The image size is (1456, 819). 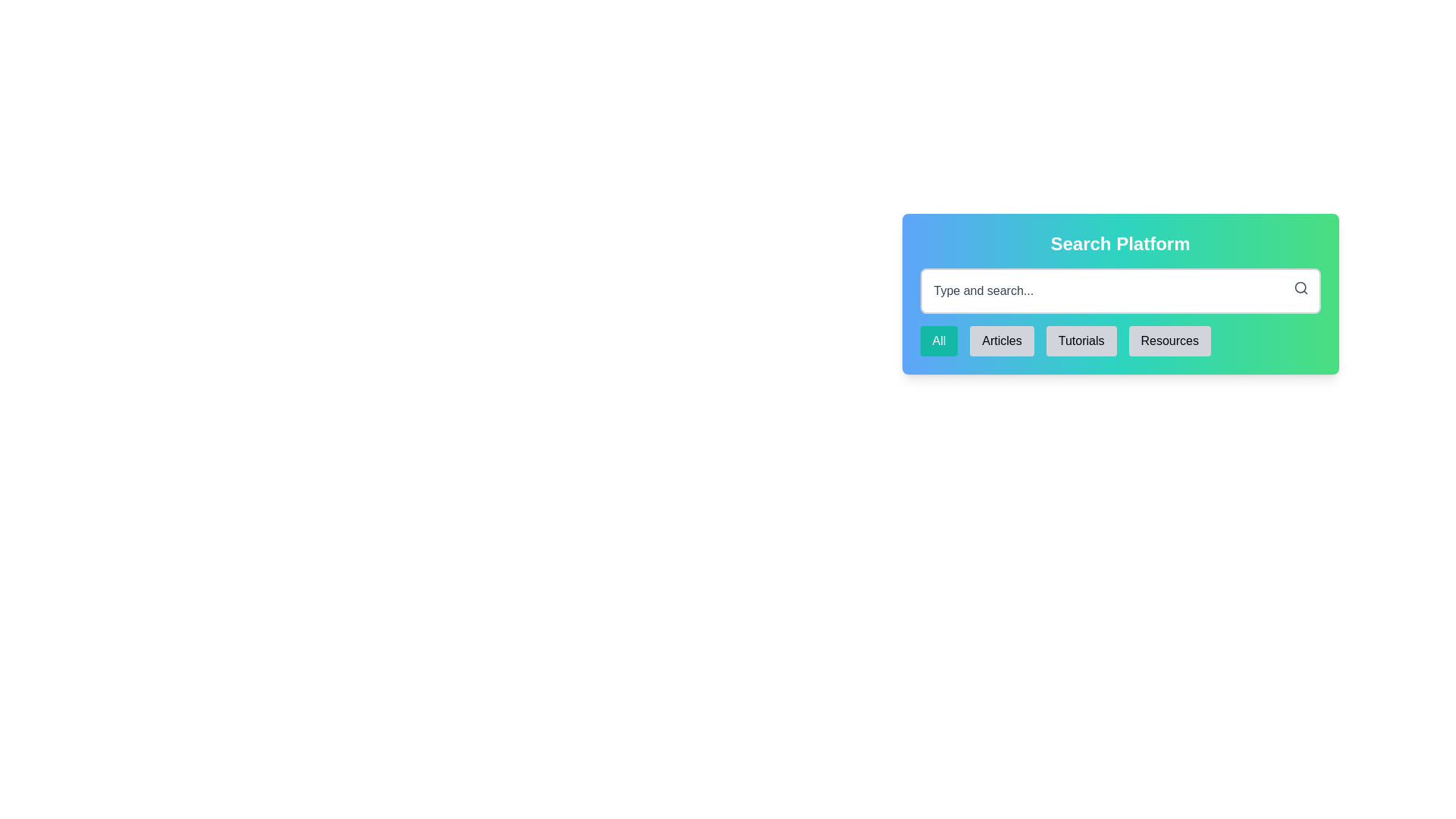 What do you see at coordinates (1002, 341) in the screenshot?
I see `the button labeled 'Articles' to observe its styling change when hovered` at bounding box center [1002, 341].